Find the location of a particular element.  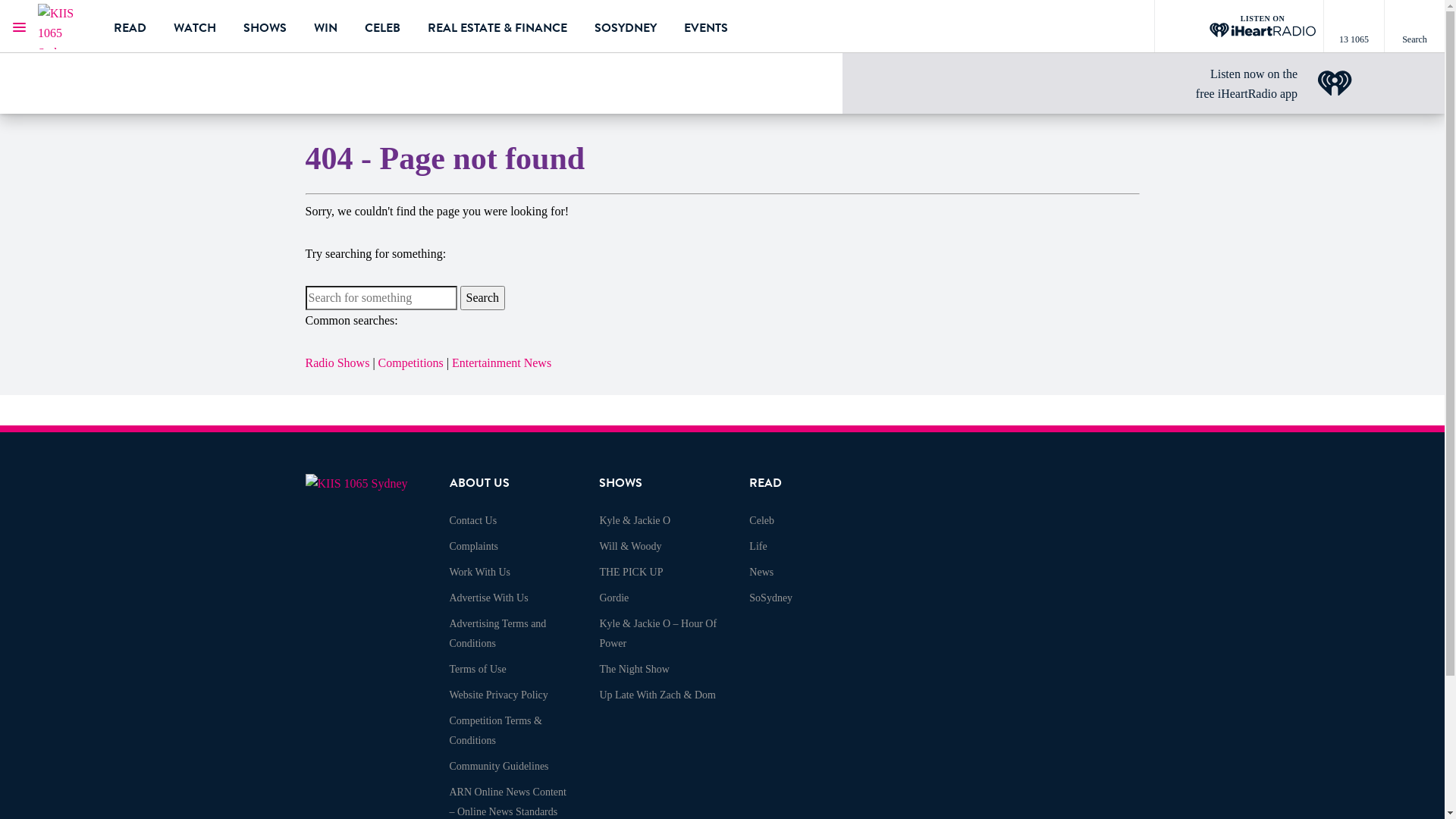

'Community Guidelines' is located at coordinates (498, 766).